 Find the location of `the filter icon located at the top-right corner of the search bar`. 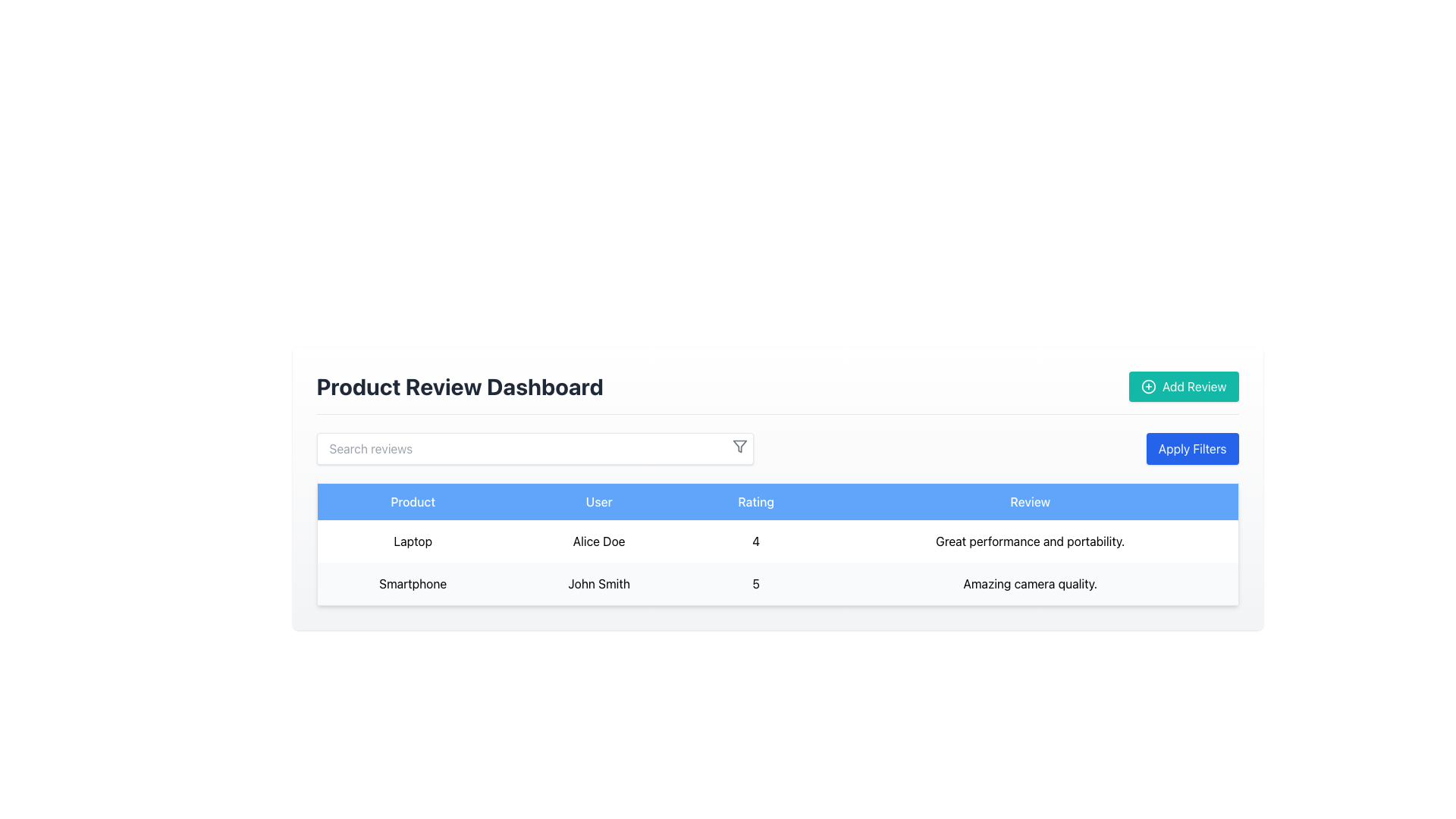

the filter icon located at the top-right corner of the search bar is located at coordinates (739, 446).